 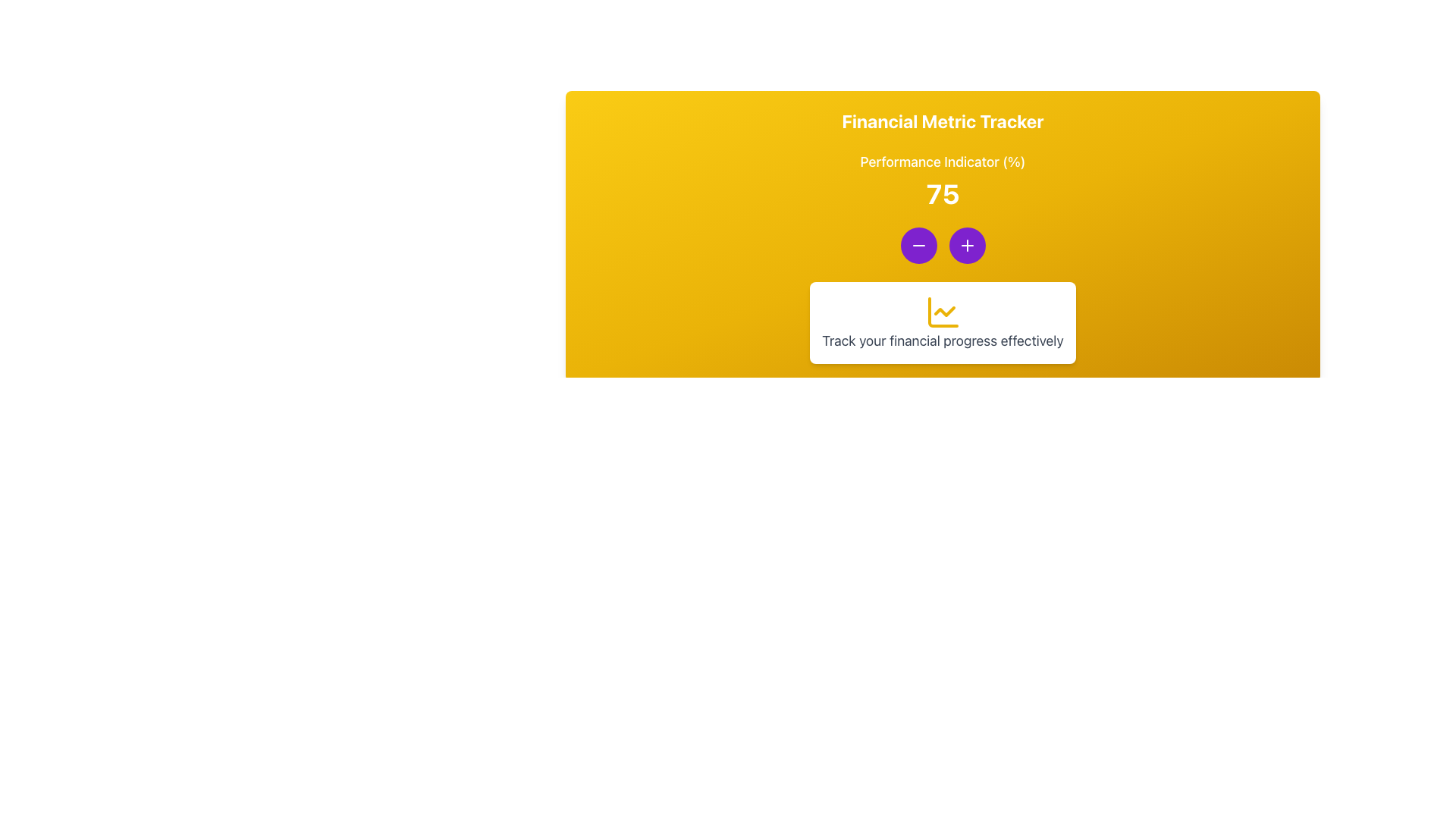 I want to click on the vector graphic representing a line chart or trend symbol located within the lower central area of the interface, below the 'Financial Metric Tracker' heading and the '75' percentage indicator, so click(x=942, y=312).